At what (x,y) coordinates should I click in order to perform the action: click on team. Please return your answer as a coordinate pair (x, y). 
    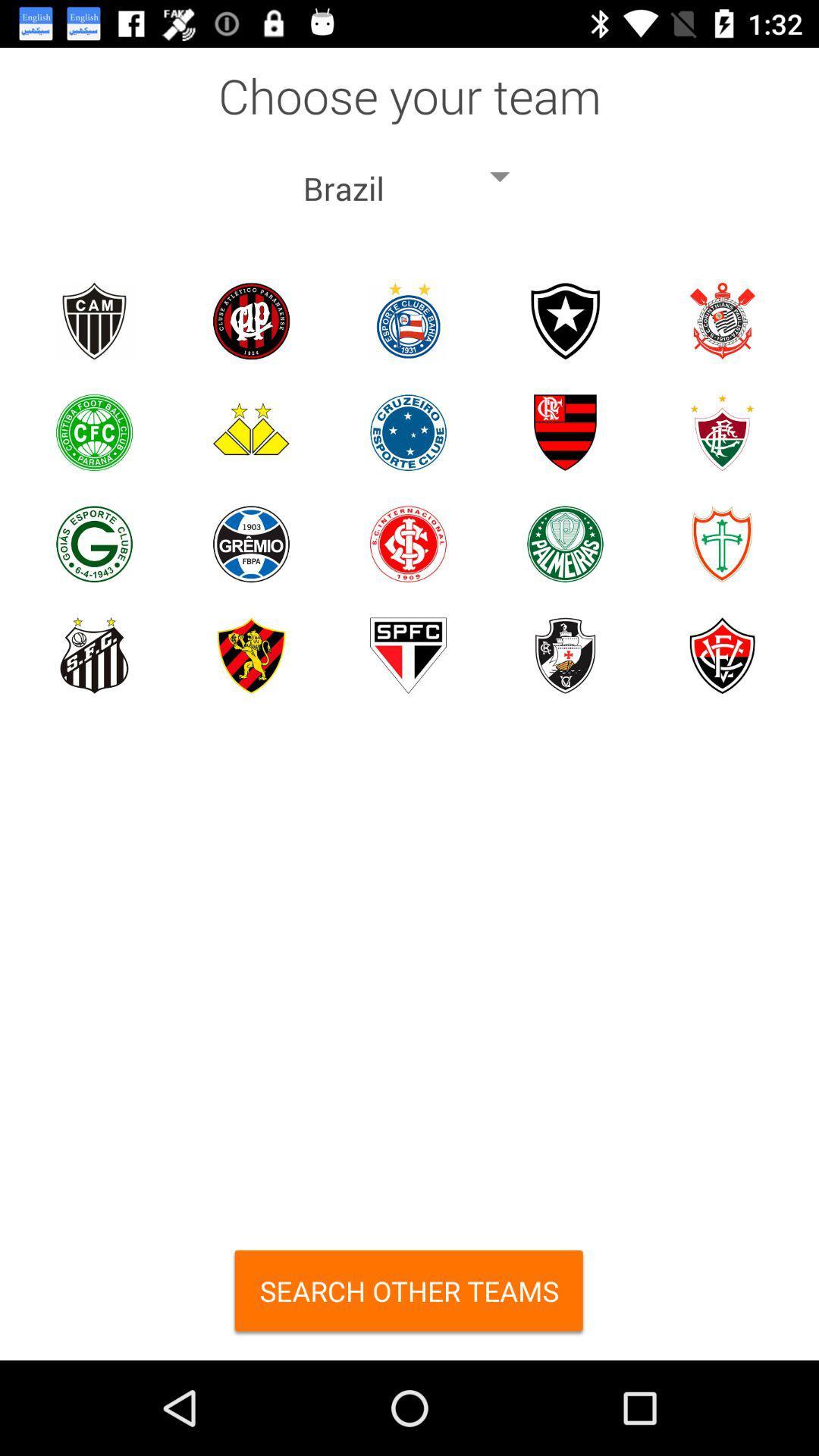
    Looking at the image, I should click on (407, 655).